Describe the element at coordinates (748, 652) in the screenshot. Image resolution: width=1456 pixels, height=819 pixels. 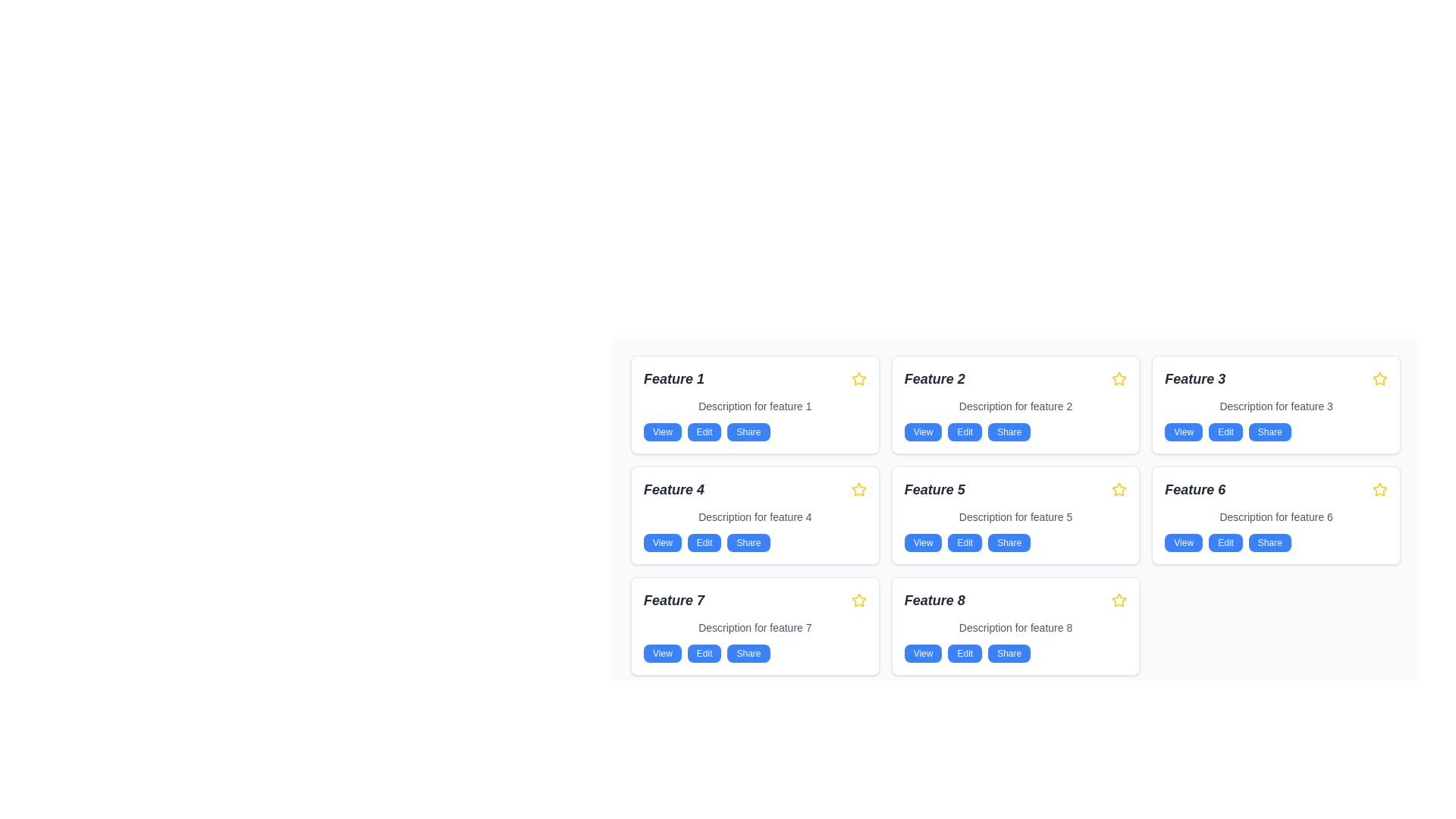
I see `the 'Share' button with a blue background and white text, which is the third button in the group of three at the bottom of the card for 'Feature 7'` at that location.